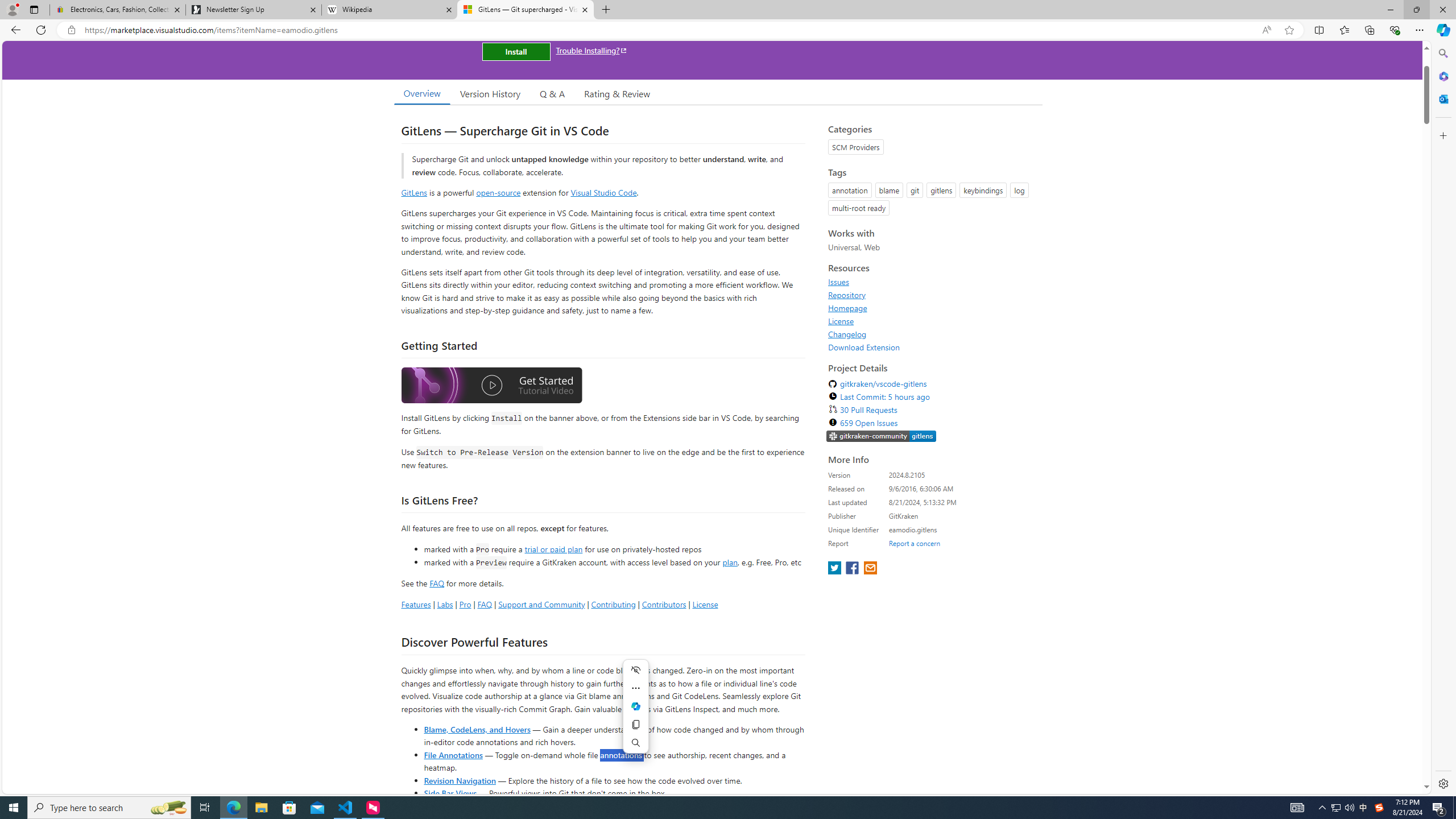  Describe the element at coordinates (635, 713) in the screenshot. I see `'Mini menu on text selection'` at that location.